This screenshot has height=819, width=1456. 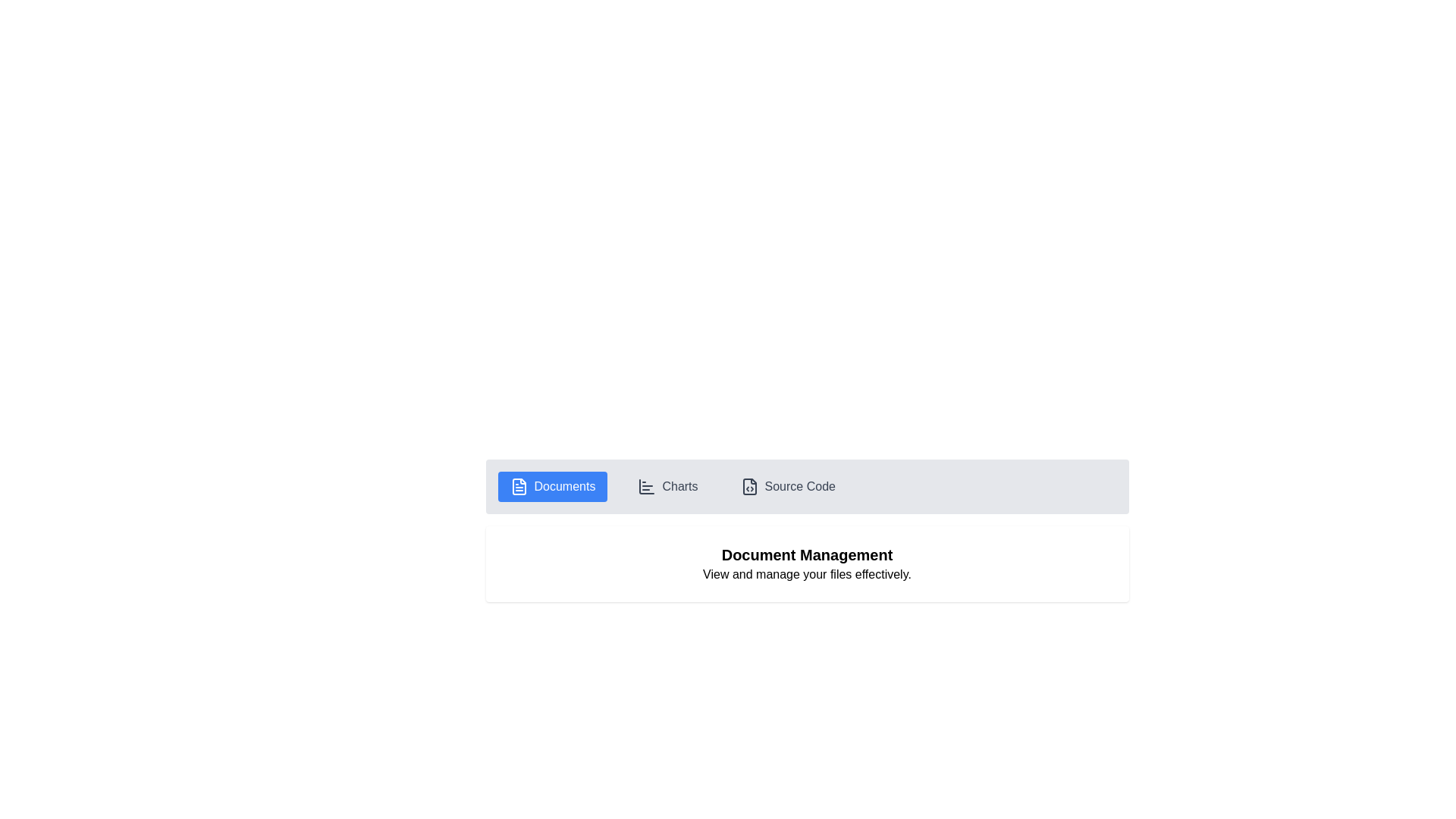 I want to click on the button located in the first position of the horizontal navigation bar, so click(x=552, y=486).